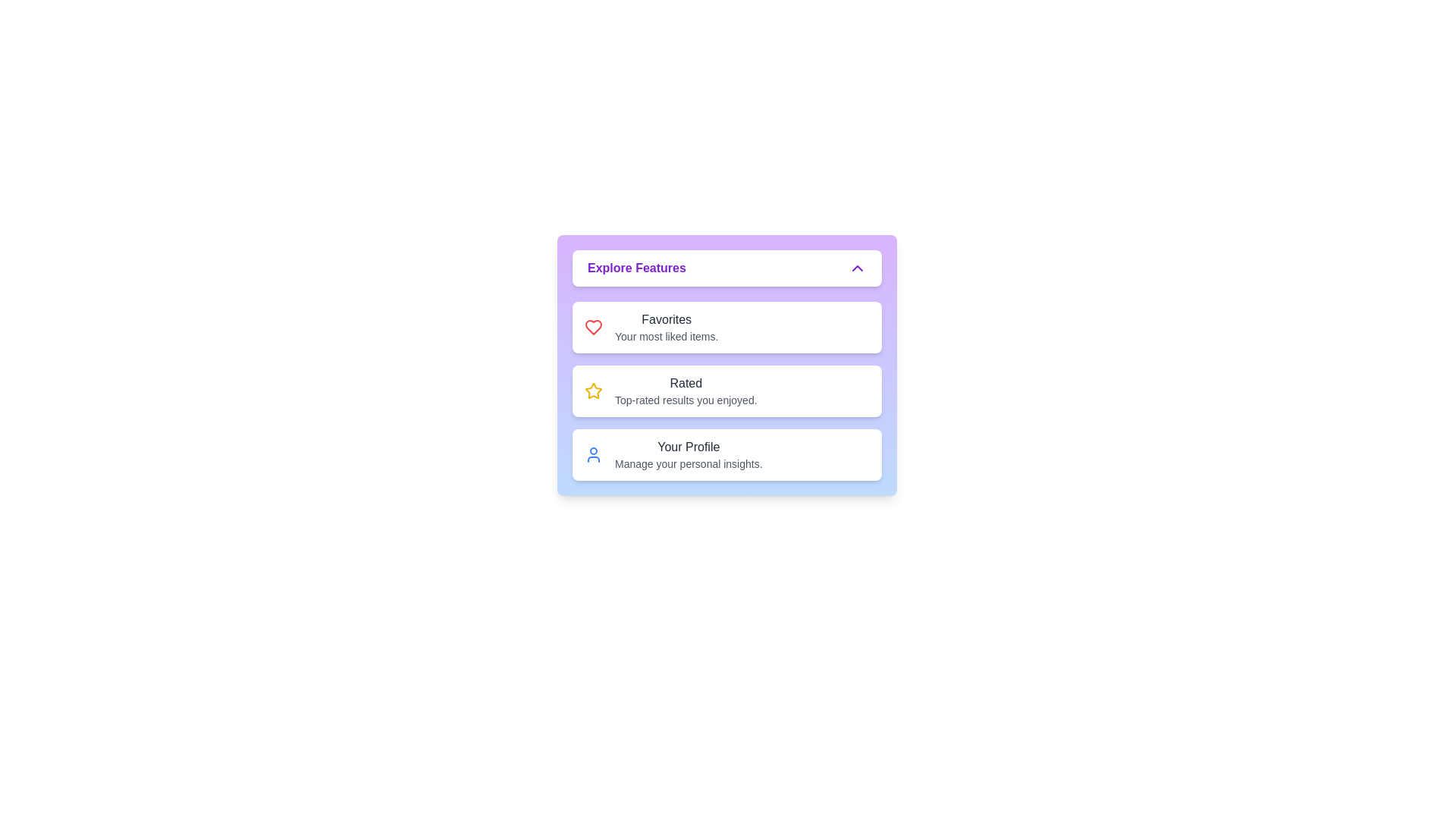 The width and height of the screenshot is (1456, 819). Describe the element at coordinates (685, 400) in the screenshot. I see `the text label displaying 'Top-rated results you enjoyed.' which is styled in gray and positioned below the heading 'Rated.'` at that location.